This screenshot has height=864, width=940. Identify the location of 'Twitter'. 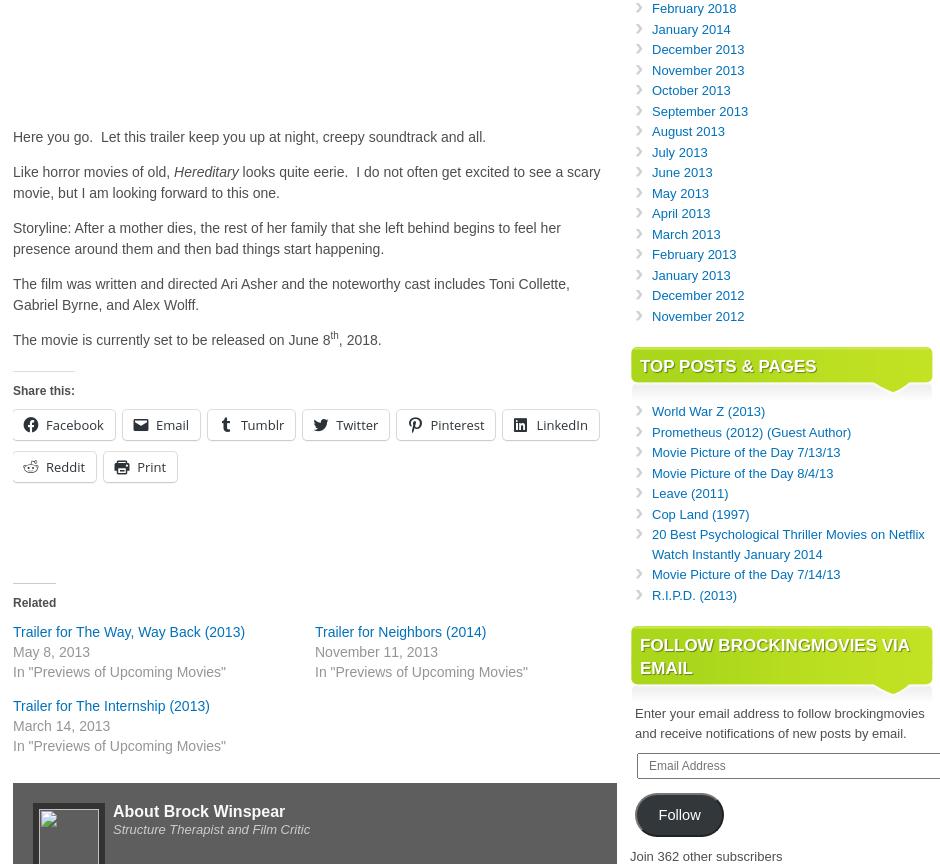
(356, 424).